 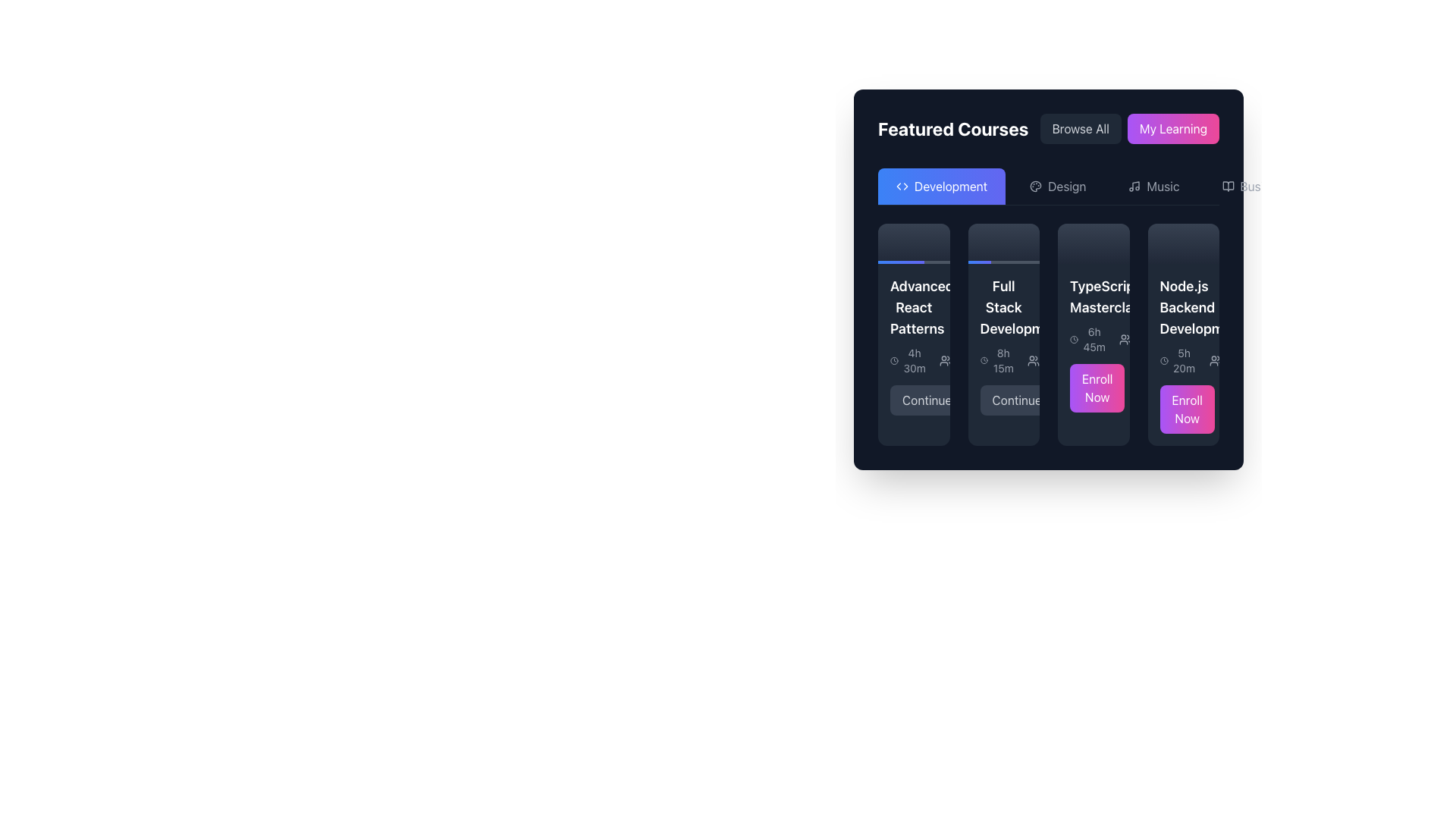 I want to click on the central circle element of the clock icon within the dark-themed sidebar, so click(x=894, y=361).